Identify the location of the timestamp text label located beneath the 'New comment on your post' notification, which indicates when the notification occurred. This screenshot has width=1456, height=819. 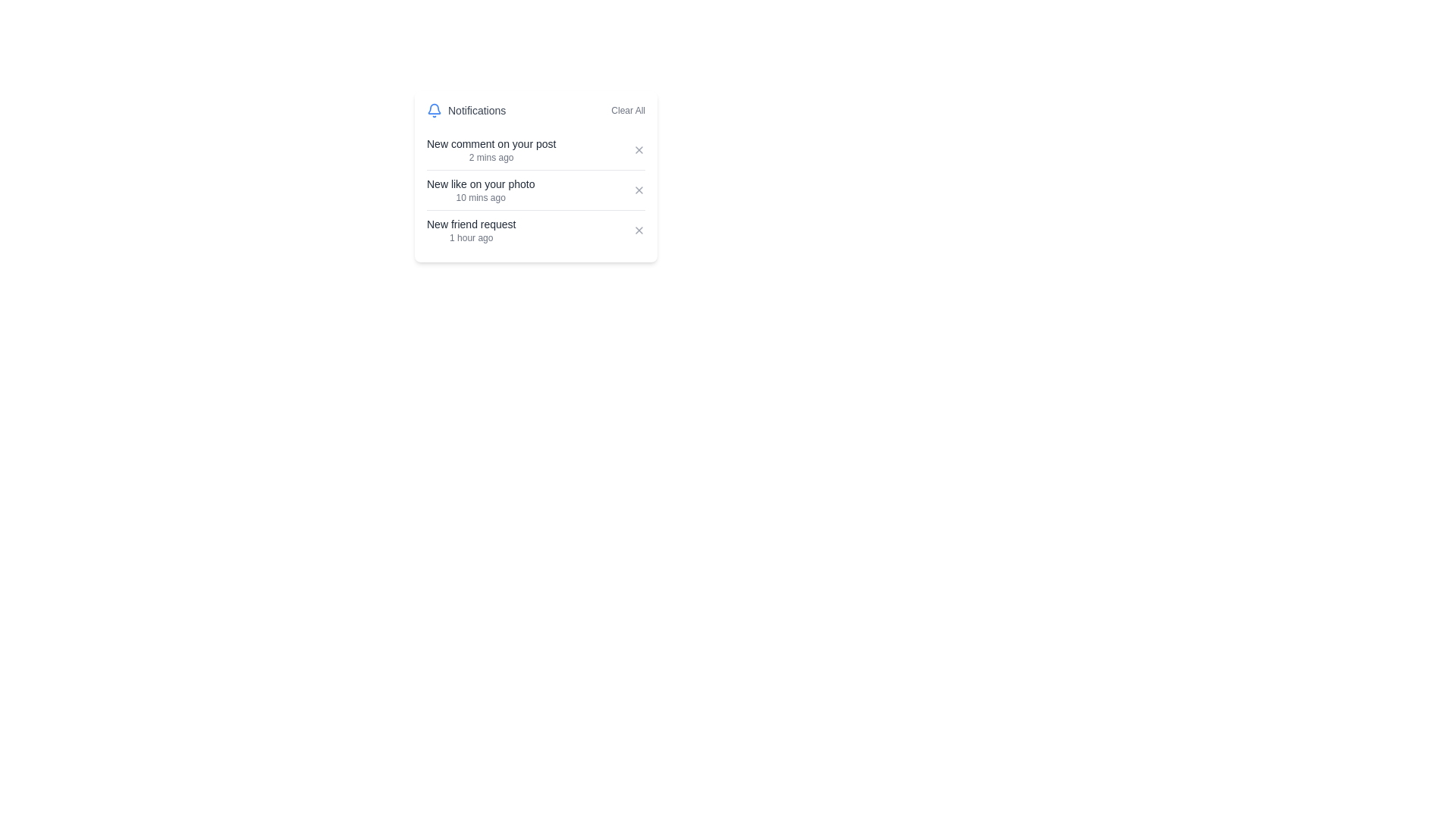
(491, 158).